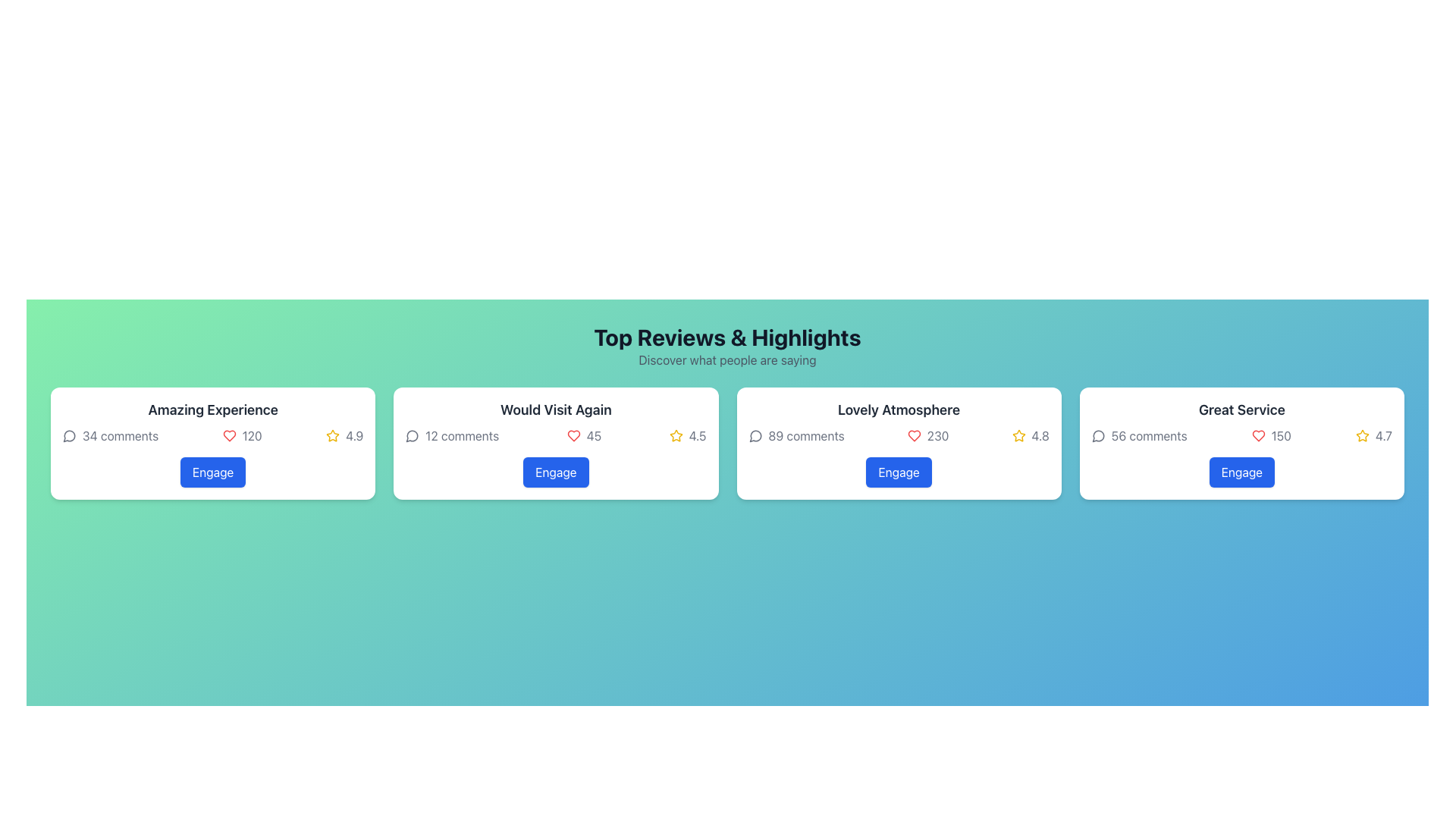 This screenshot has height=819, width=1456. Describe the element at coordinates (687, 435) in the screenshot. I see `the Rating Display element that features a yellow outlined star icon and the numerical text '4.5', located in the second card of the 'Would Visit Again' section, to the right of the heart icon and likes count` at that location.